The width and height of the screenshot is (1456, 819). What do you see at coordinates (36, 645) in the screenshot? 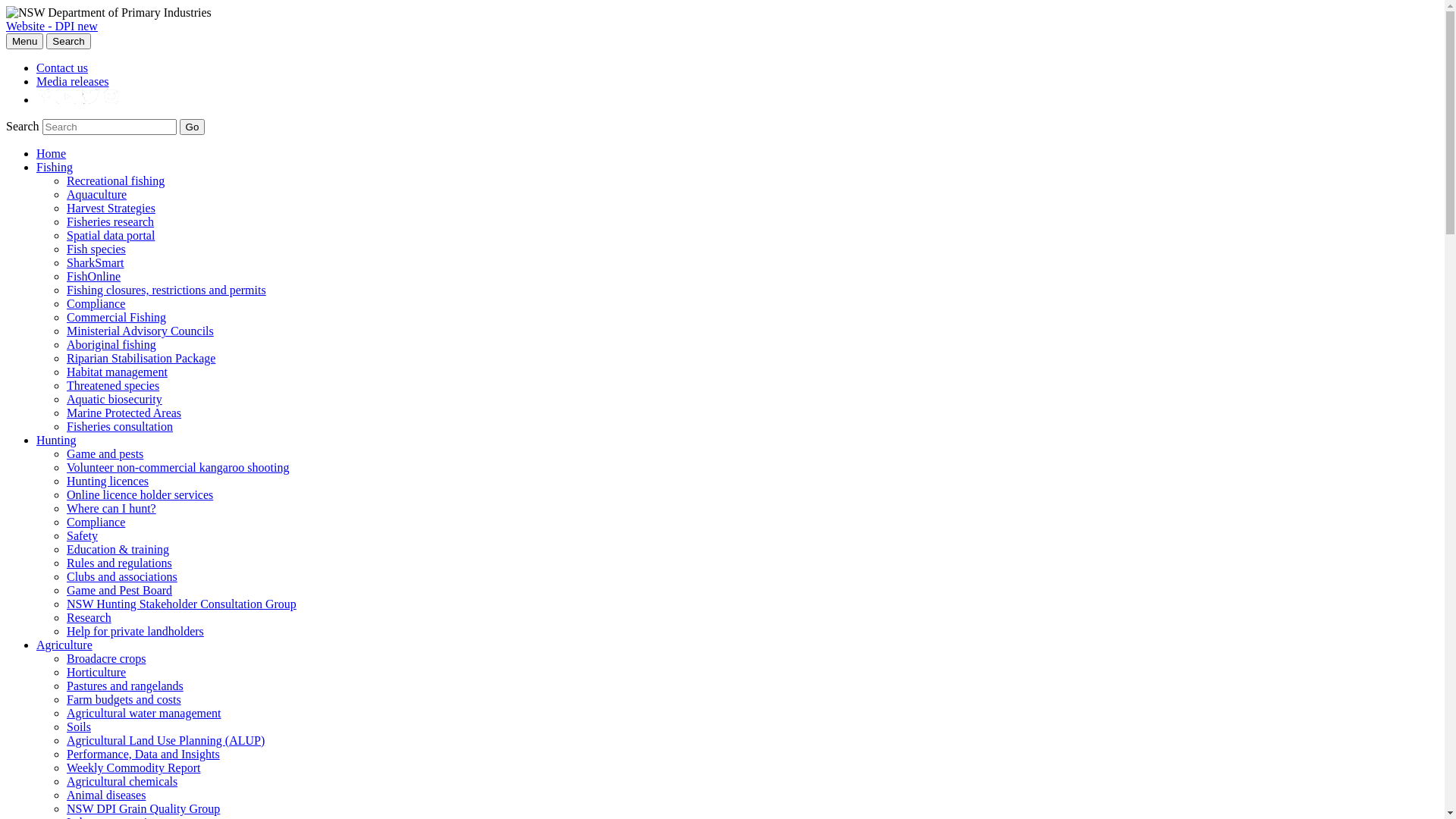
I see `'Agriculture'` at bounding box center [36, 645].